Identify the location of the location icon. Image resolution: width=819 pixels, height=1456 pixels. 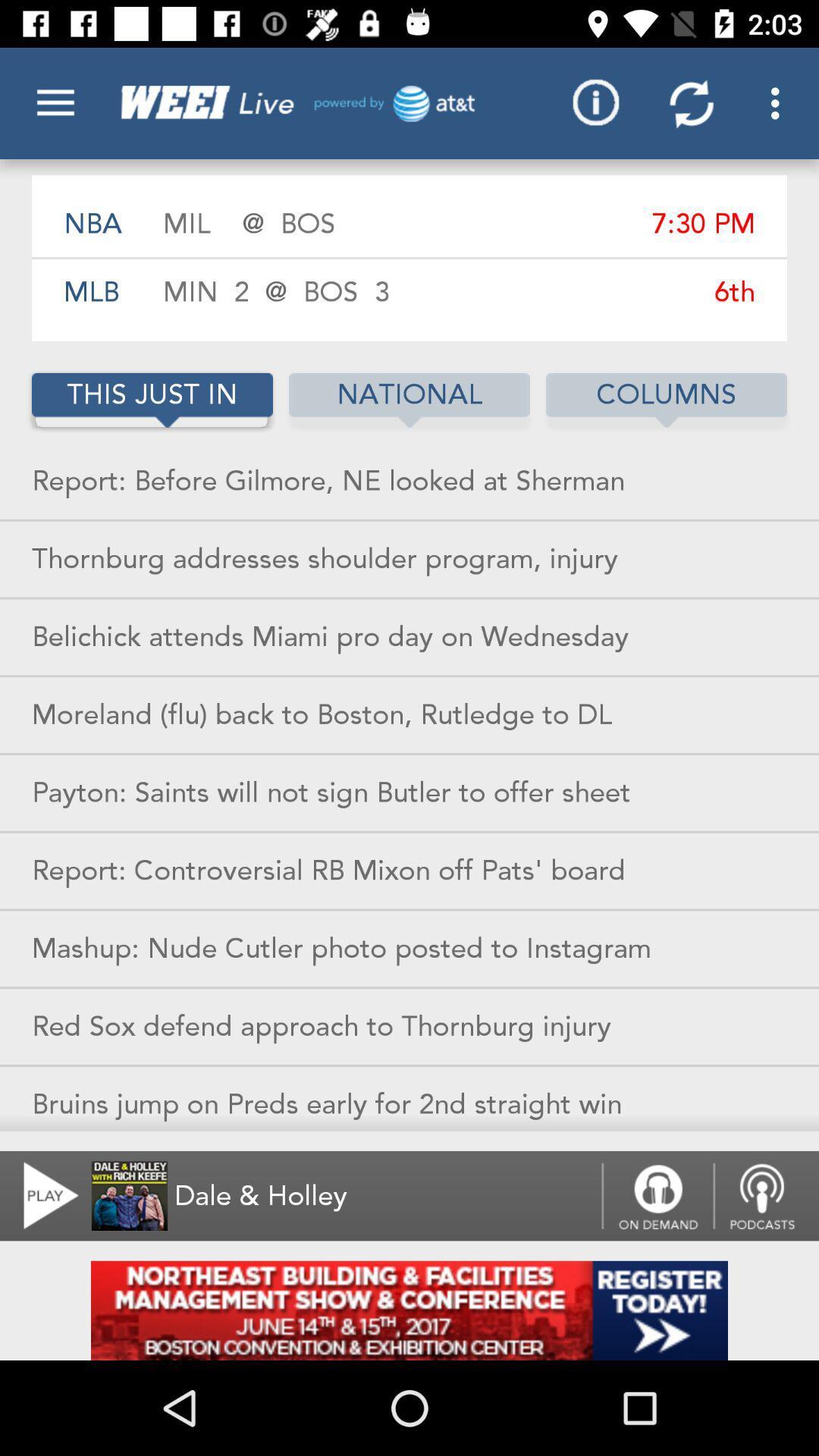
(766, 1195).